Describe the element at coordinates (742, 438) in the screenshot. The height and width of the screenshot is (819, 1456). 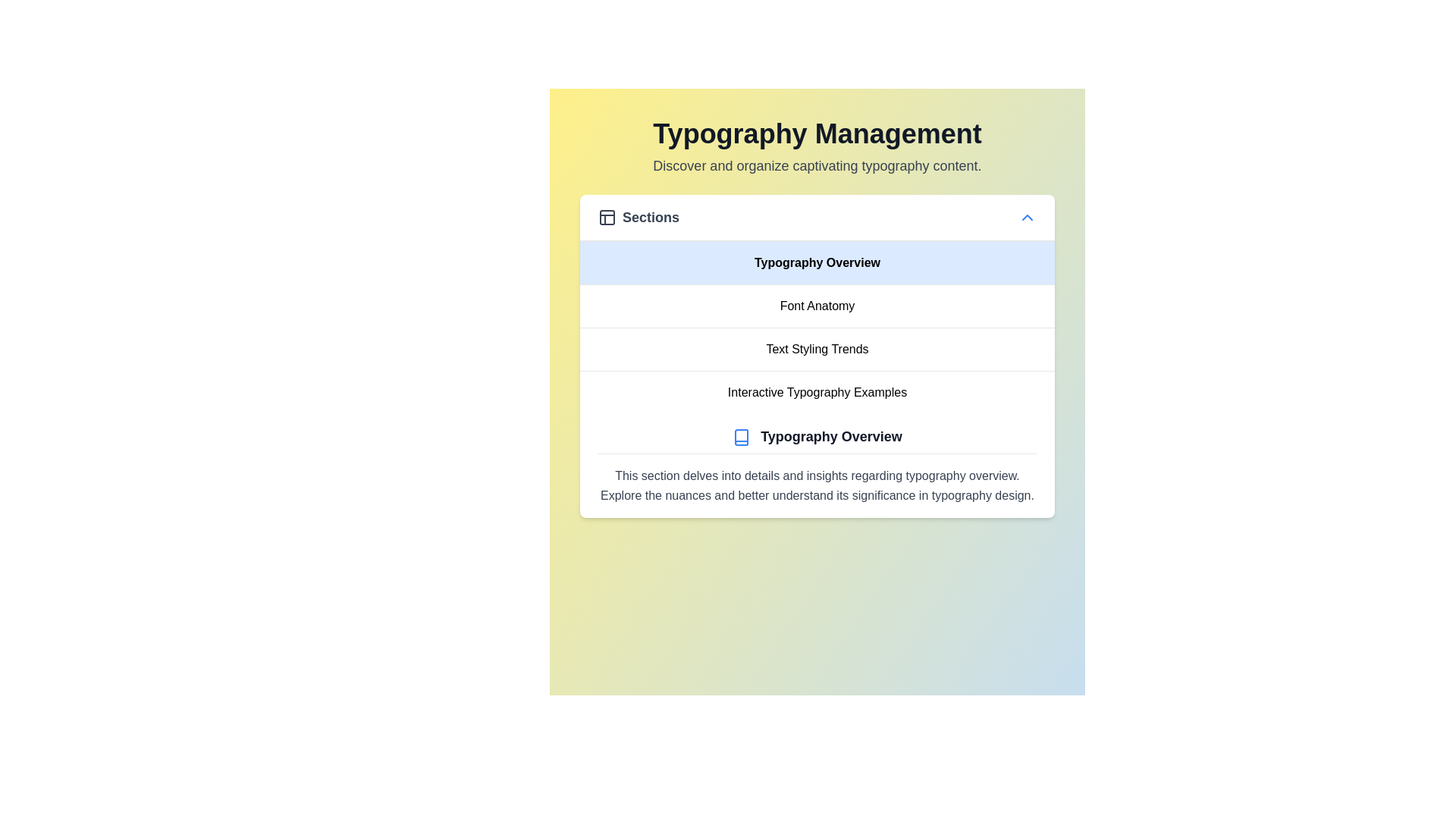
I see `Typography Overview icon located at the start of the 'Typography Overview' text to gather details about its functionality and visual representation` at that location.